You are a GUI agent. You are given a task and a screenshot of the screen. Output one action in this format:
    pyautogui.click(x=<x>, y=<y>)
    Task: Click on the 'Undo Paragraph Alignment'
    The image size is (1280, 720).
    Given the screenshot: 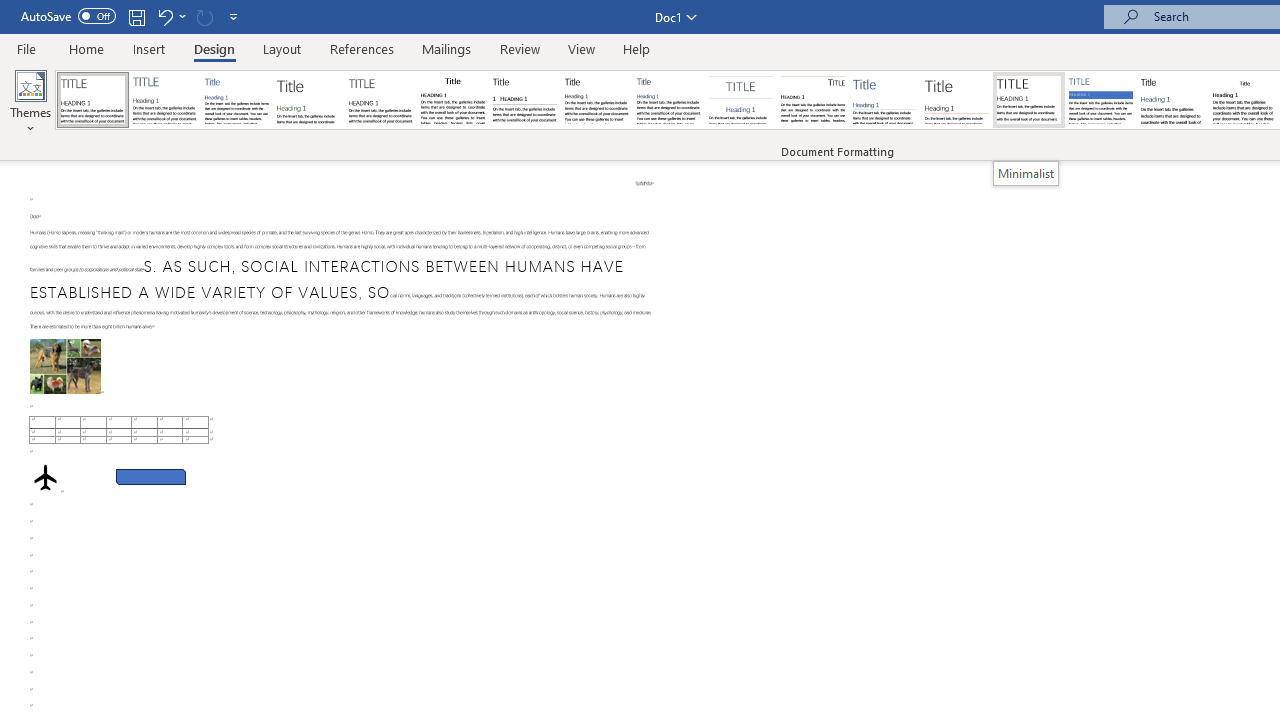 What is the action you would take?
    pyautogui.click(x=164, y=16)
    